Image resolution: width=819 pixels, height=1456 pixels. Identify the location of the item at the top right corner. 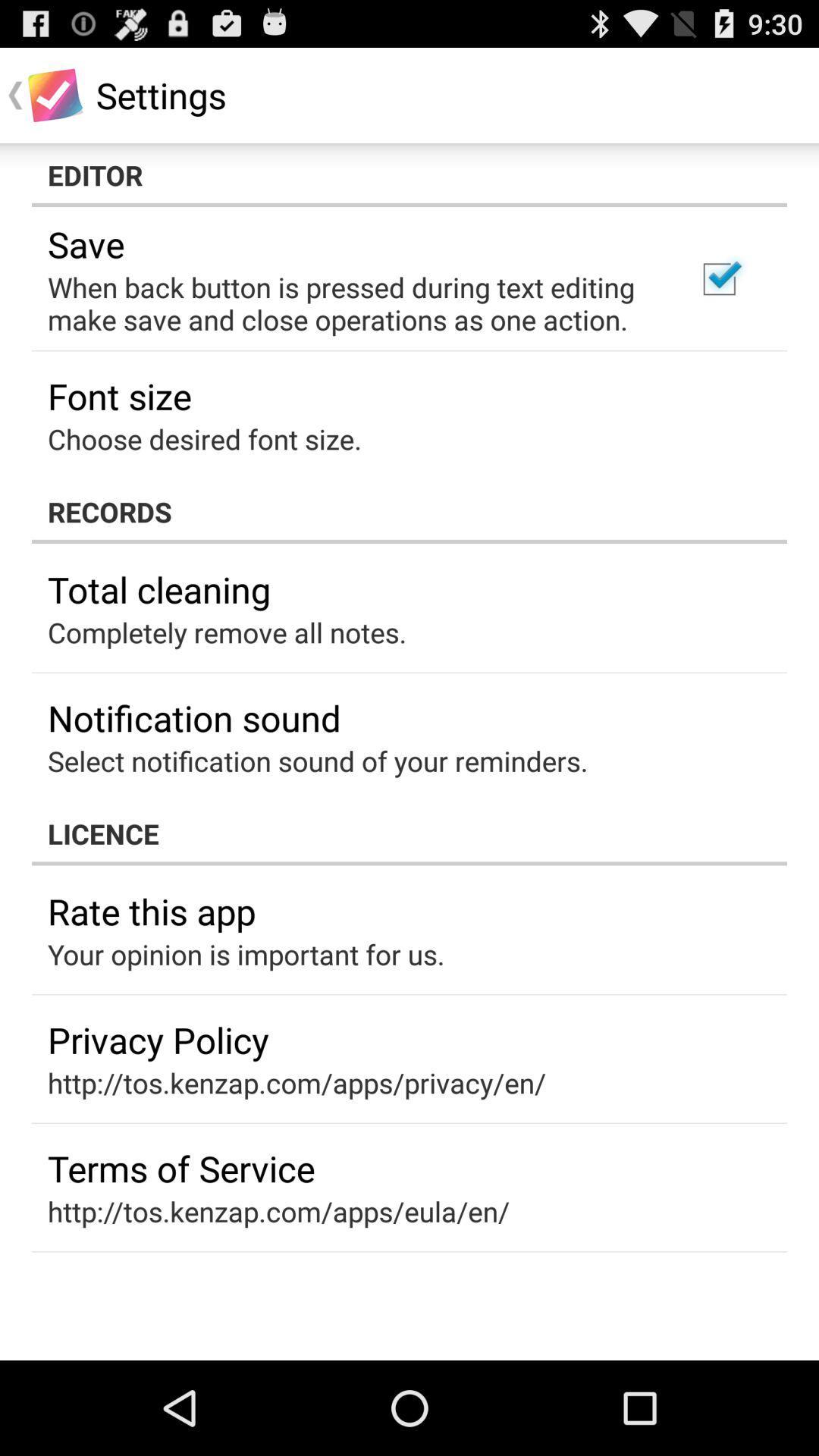
(718, 279).